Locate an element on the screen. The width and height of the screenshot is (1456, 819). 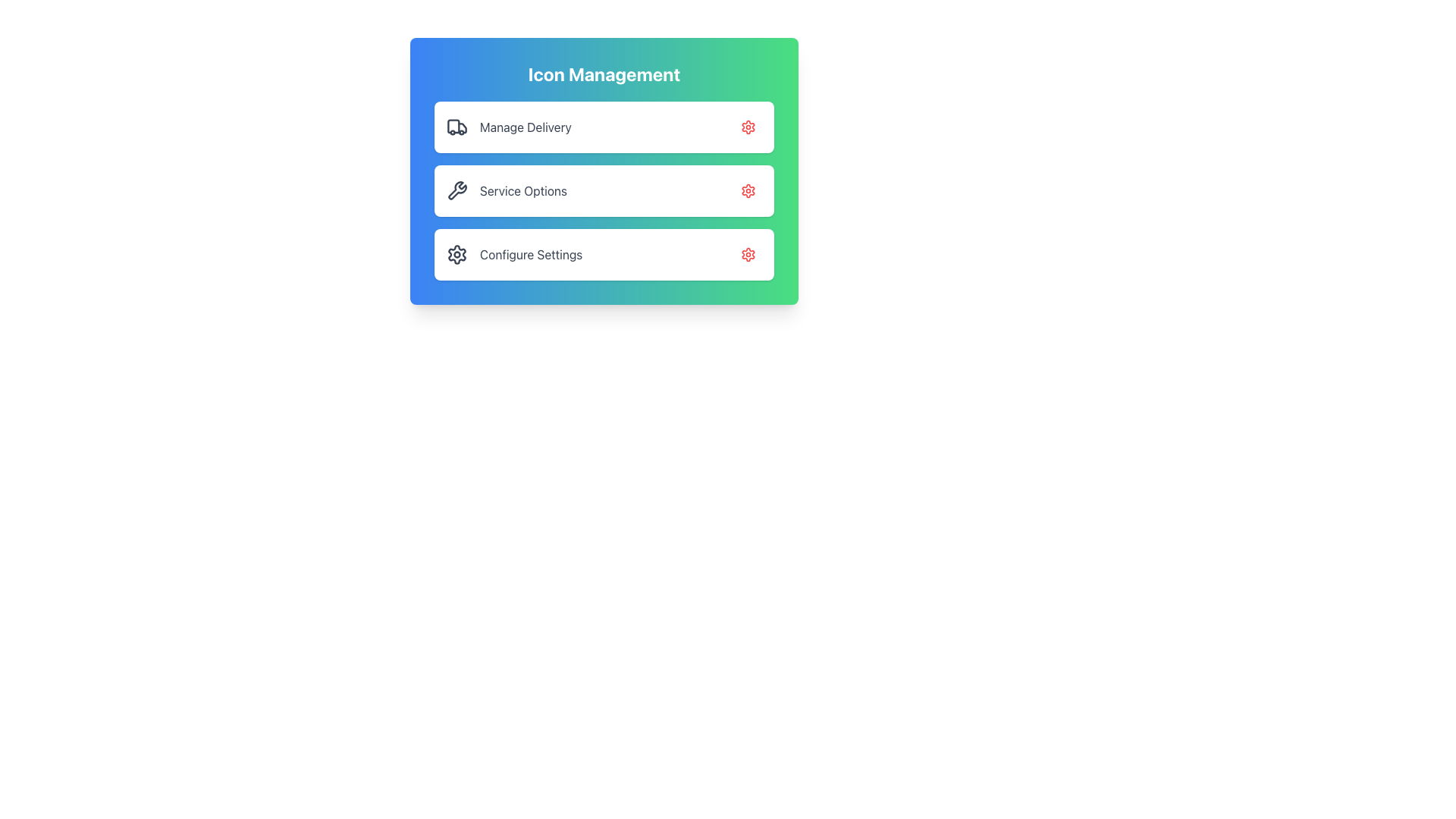
the clickable list item labeled 'Configure Settings' which features a gear icon, located in the 'Icon Management' section of the panel is located at coordinates (514, 253).